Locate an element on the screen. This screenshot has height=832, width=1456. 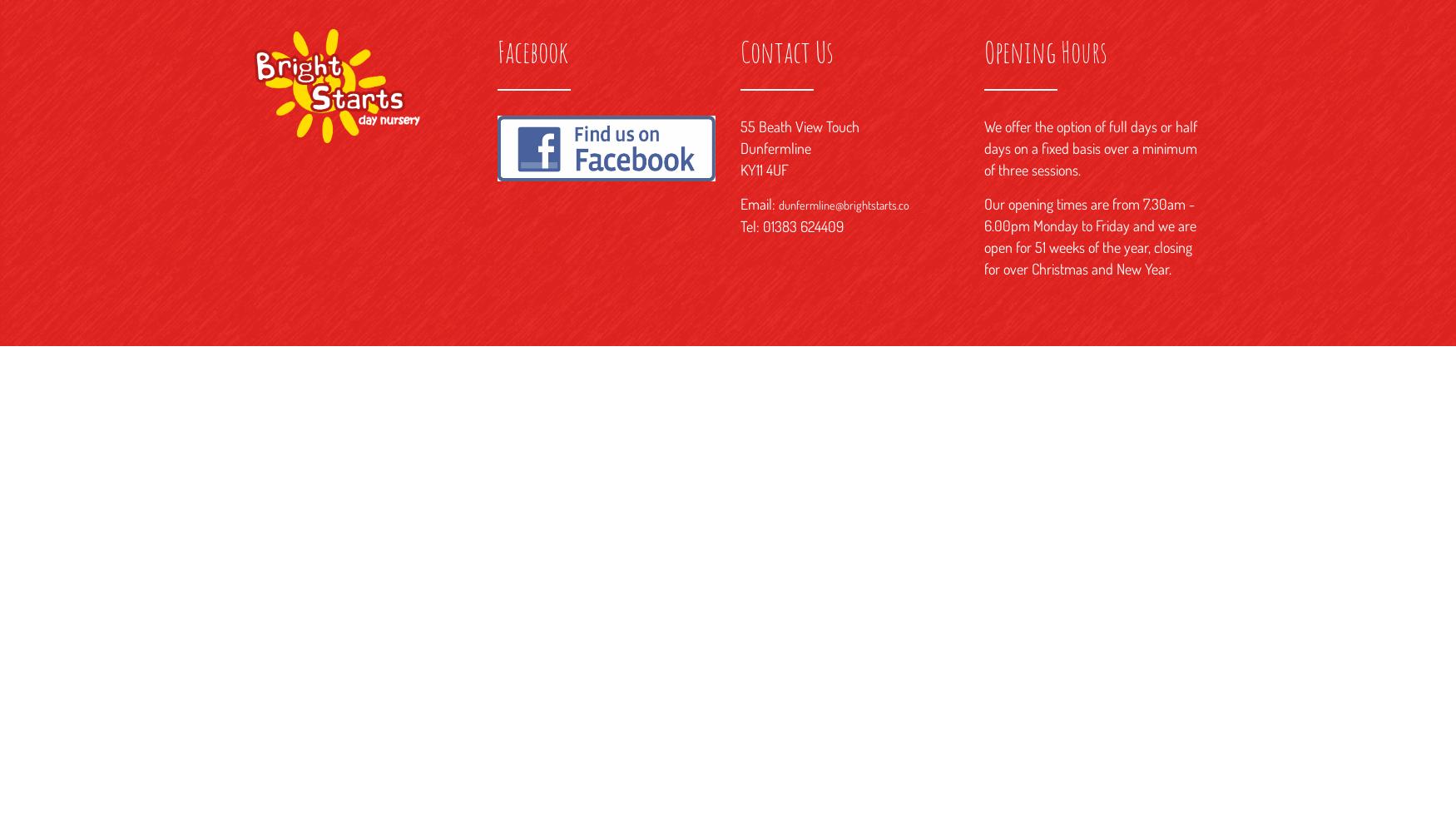
'We offer the option of full days or half days on a fixed basis over a minimum of three sessions.' is located at coordinates (1089, 148).